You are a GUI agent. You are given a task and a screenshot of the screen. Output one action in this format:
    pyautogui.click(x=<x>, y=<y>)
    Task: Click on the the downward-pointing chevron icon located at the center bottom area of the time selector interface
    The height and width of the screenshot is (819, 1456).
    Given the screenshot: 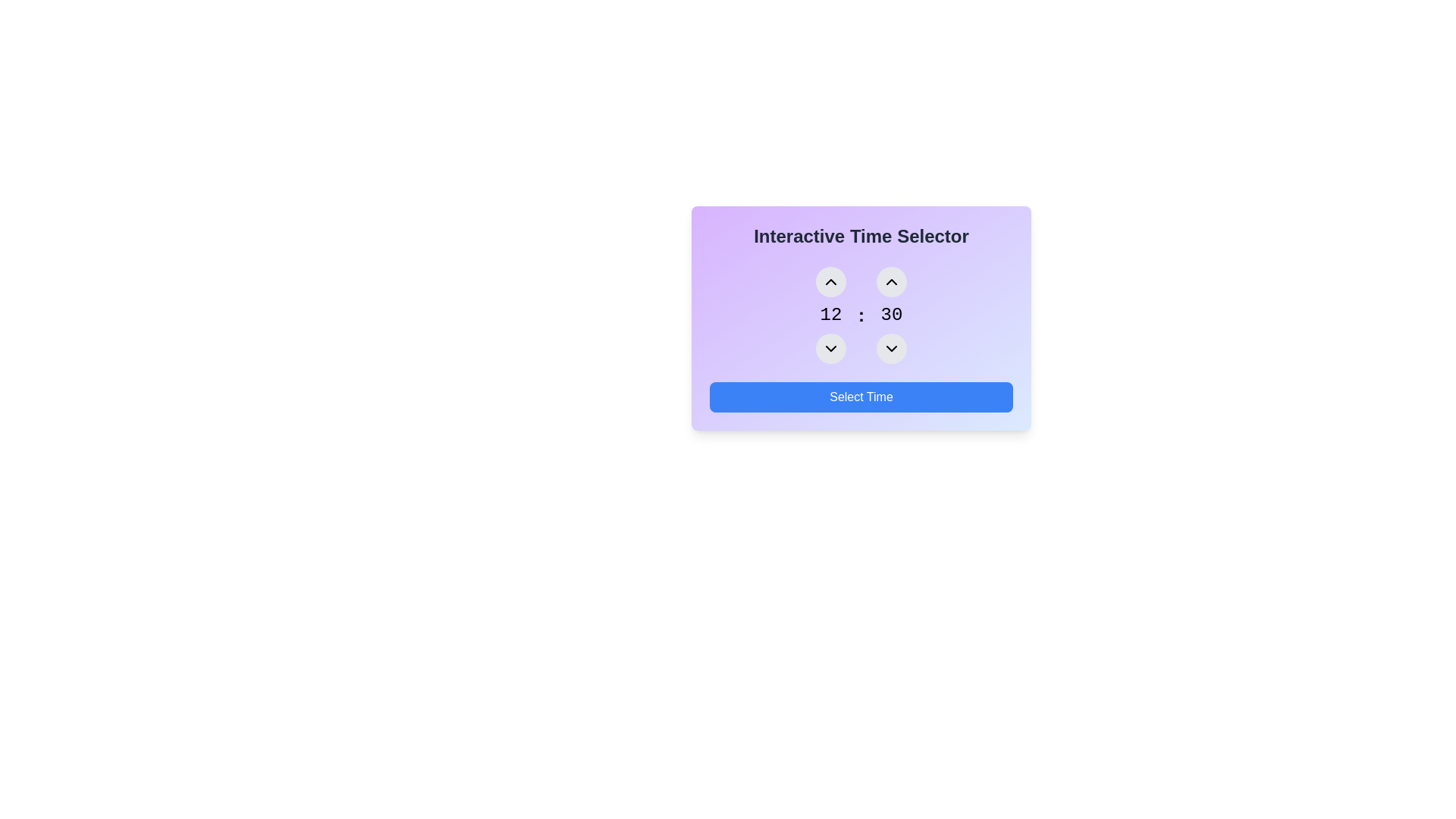 What is the action you would take?
    pyautogui.click(x=830, y=348)
    